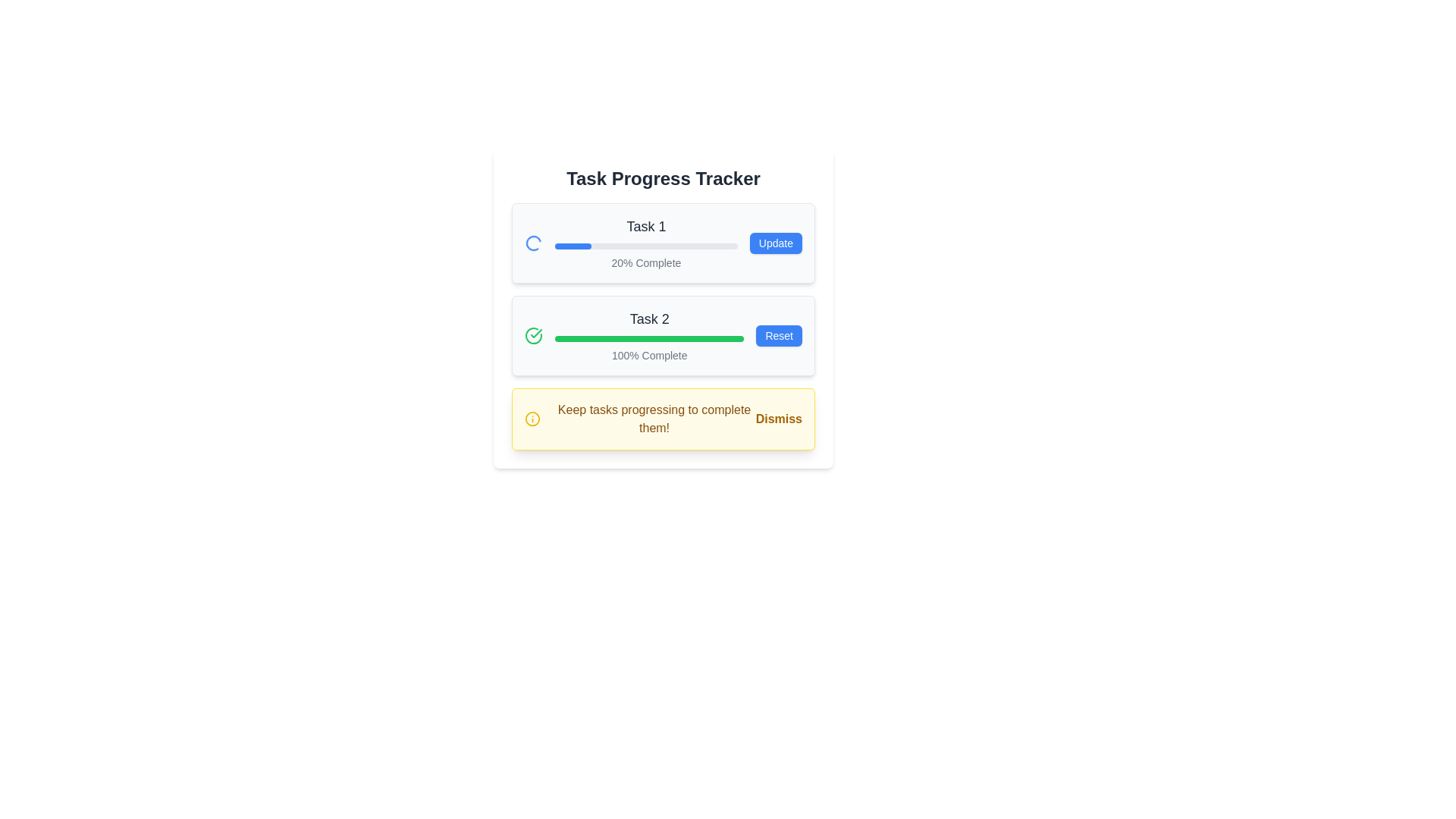 This screenshot has width=1456, height=819. I want to click on the dismiss button located in the bottom-right corner of the yellow-alert styled banner, so click(779, 419).